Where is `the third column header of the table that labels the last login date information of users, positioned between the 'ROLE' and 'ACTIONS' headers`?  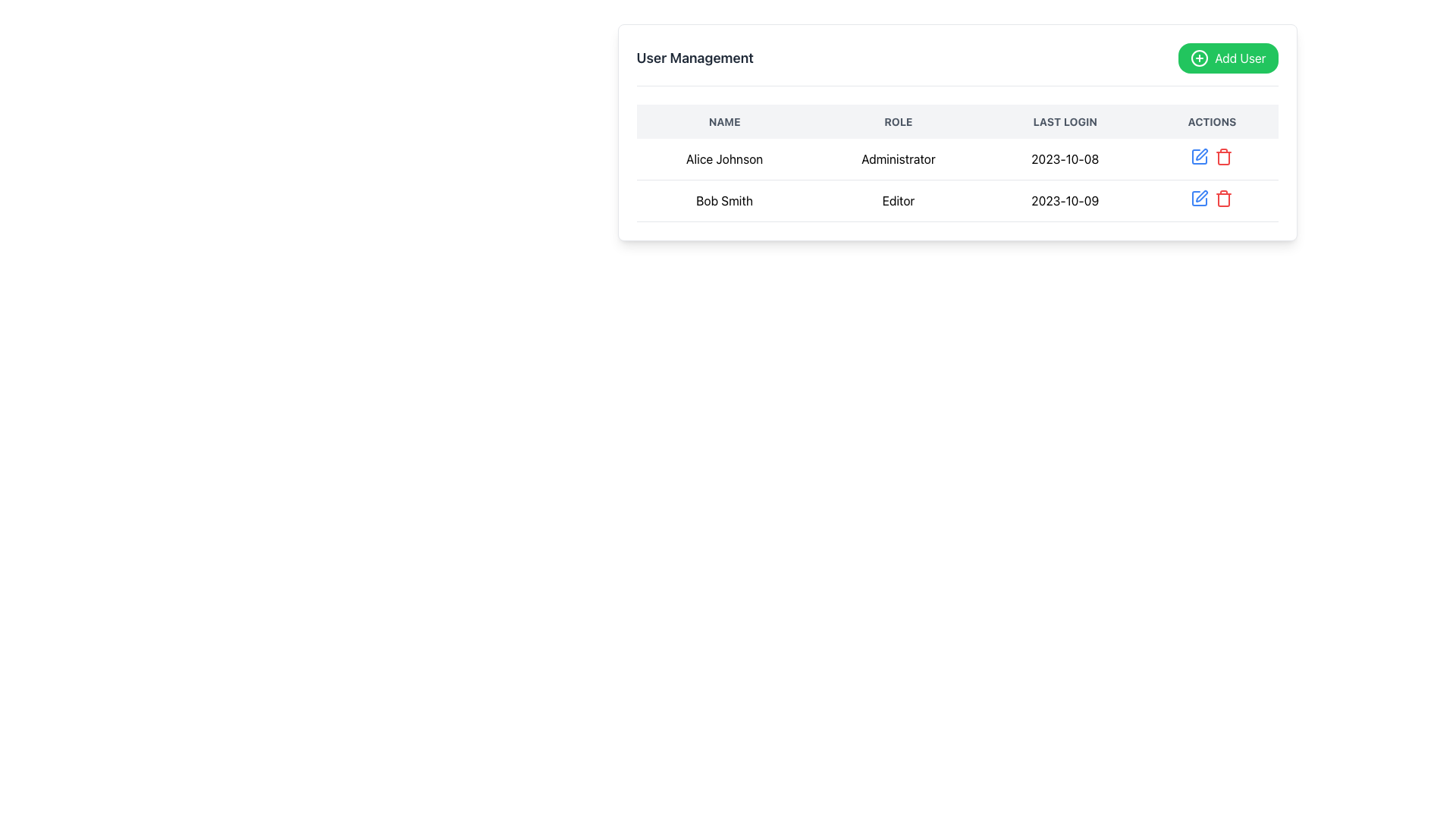 the third column header of the table that labels the last login date information of users, positioned between the 'ROLE' and 'ACTIONS' headers is located at coordinates (1064, 121).